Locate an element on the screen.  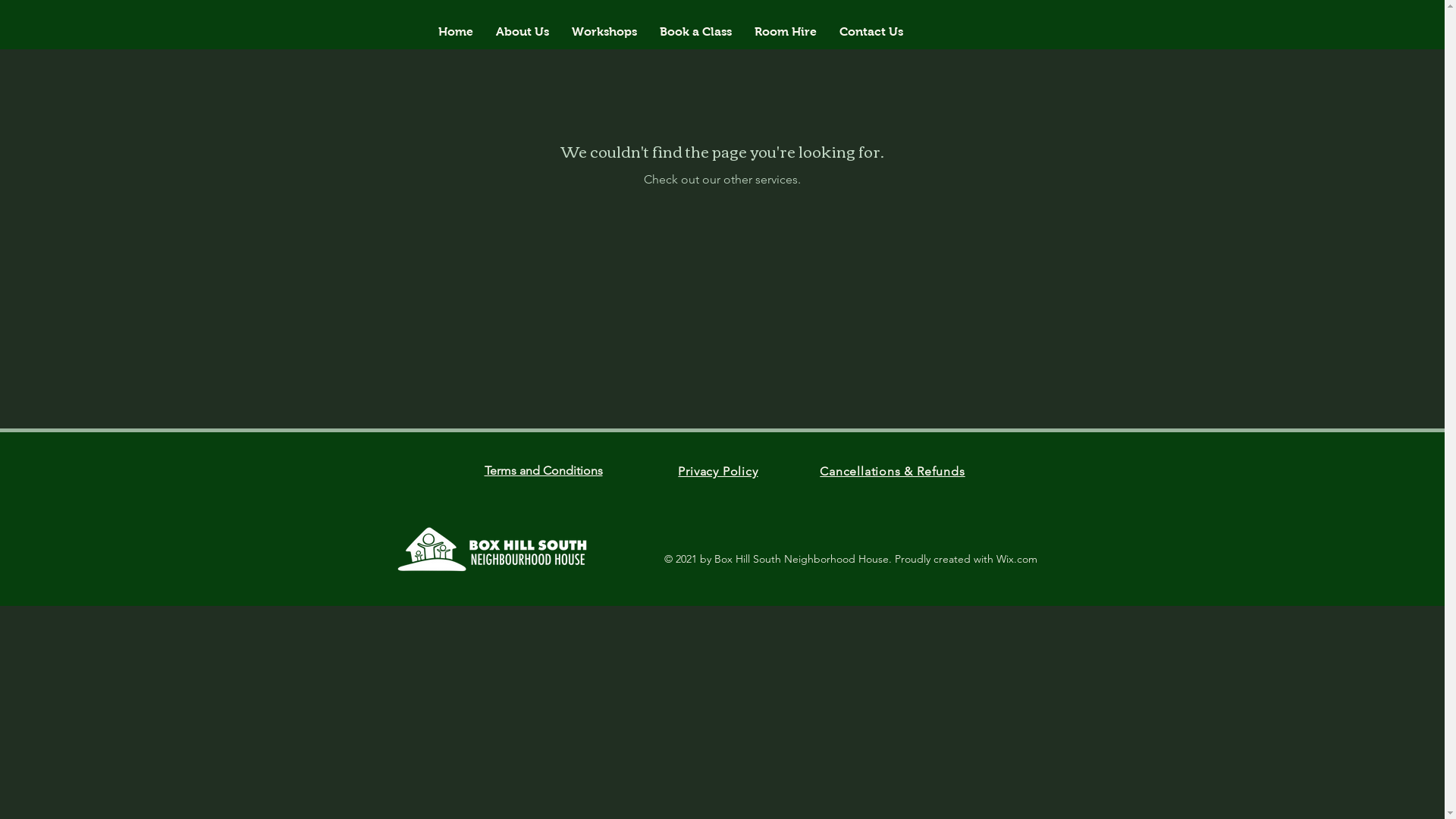
'Workshops' is located at coordinates (603, 32).